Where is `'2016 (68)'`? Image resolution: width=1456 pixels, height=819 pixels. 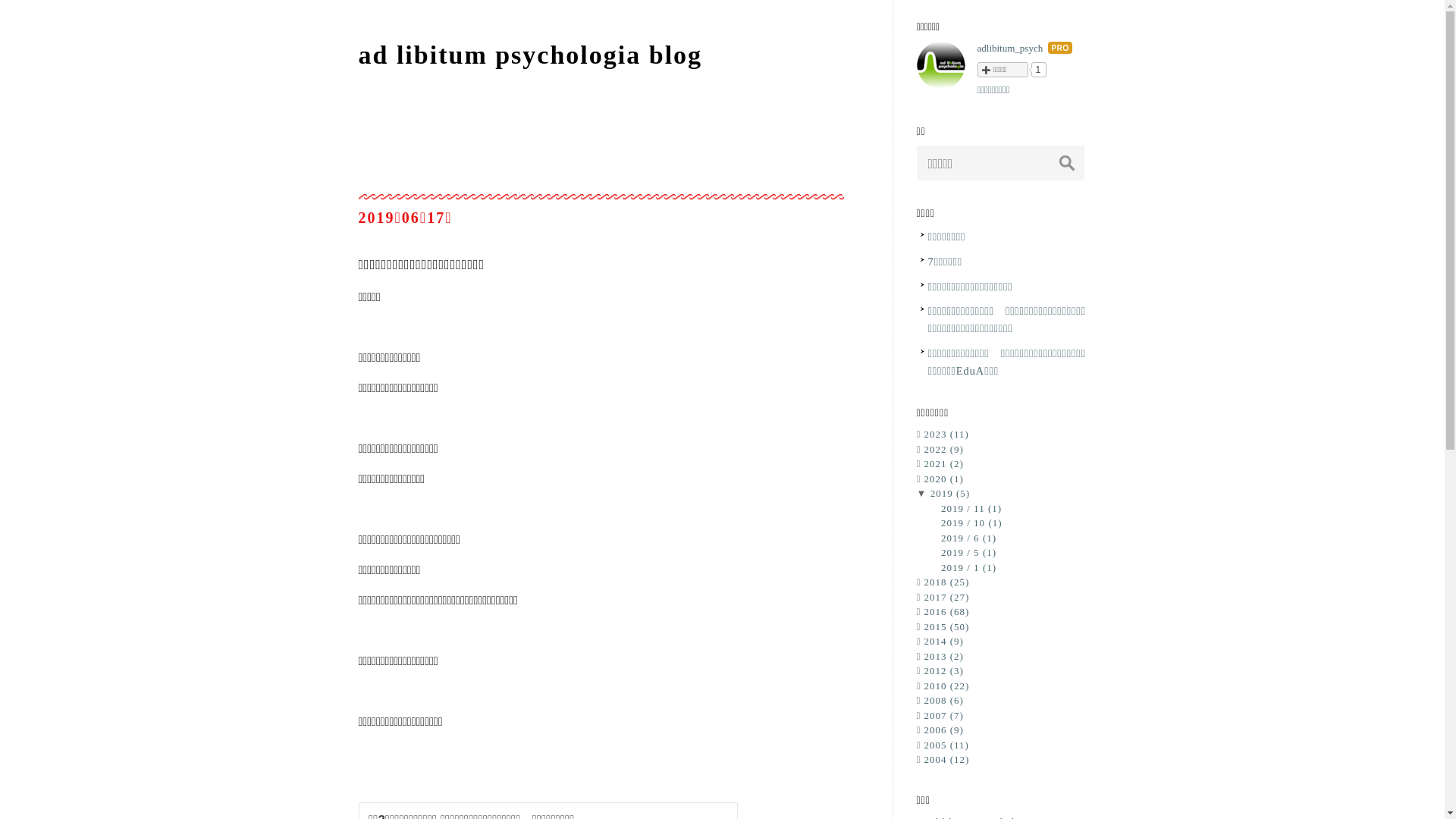
'2016 (68)' is located at coordinates (946, 610).